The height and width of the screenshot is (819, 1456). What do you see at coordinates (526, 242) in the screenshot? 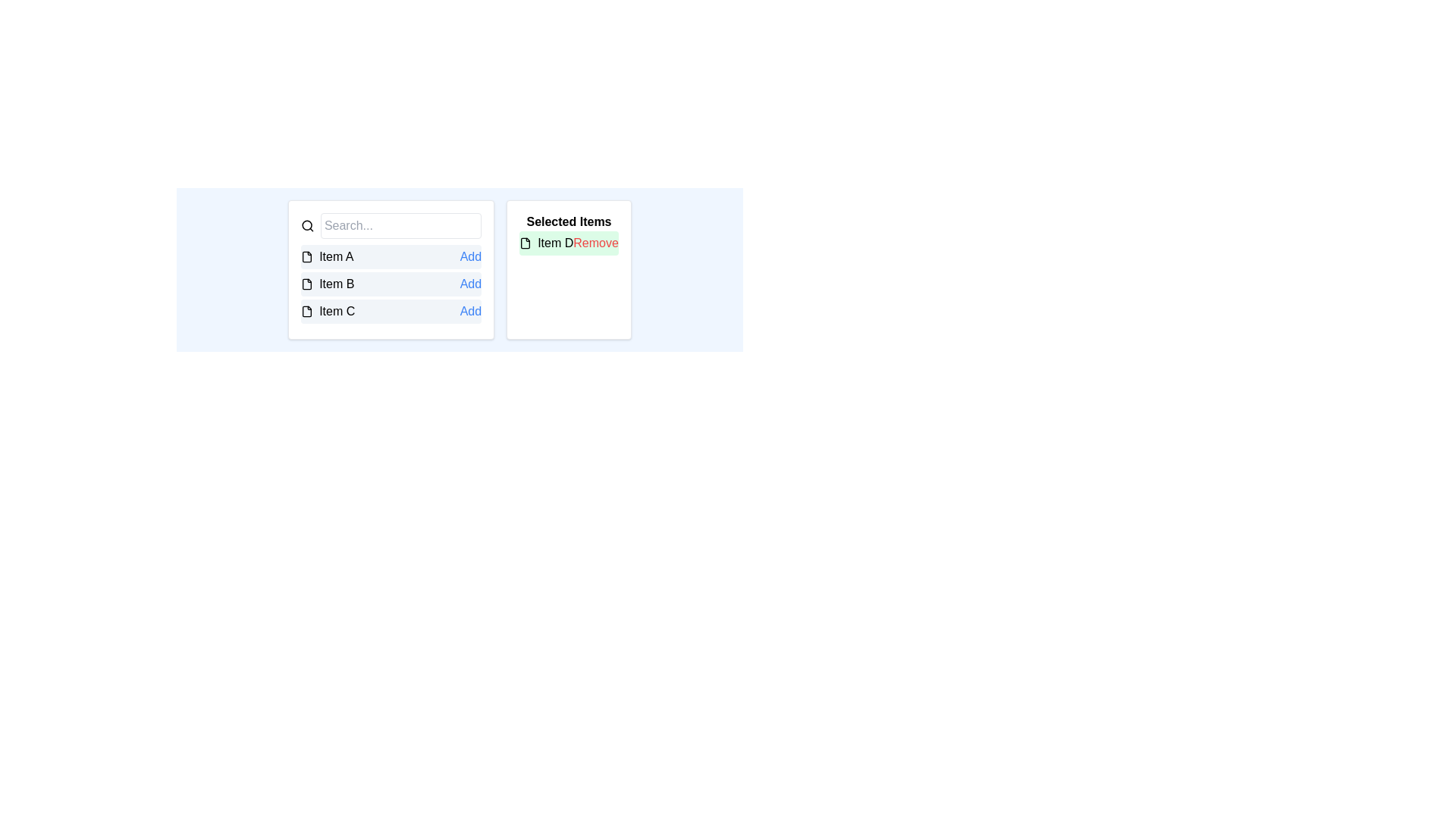
I see `the document icon located to the left of the text 'Item D' in the 'Selected Items' section` at bounding box center [526, 242].